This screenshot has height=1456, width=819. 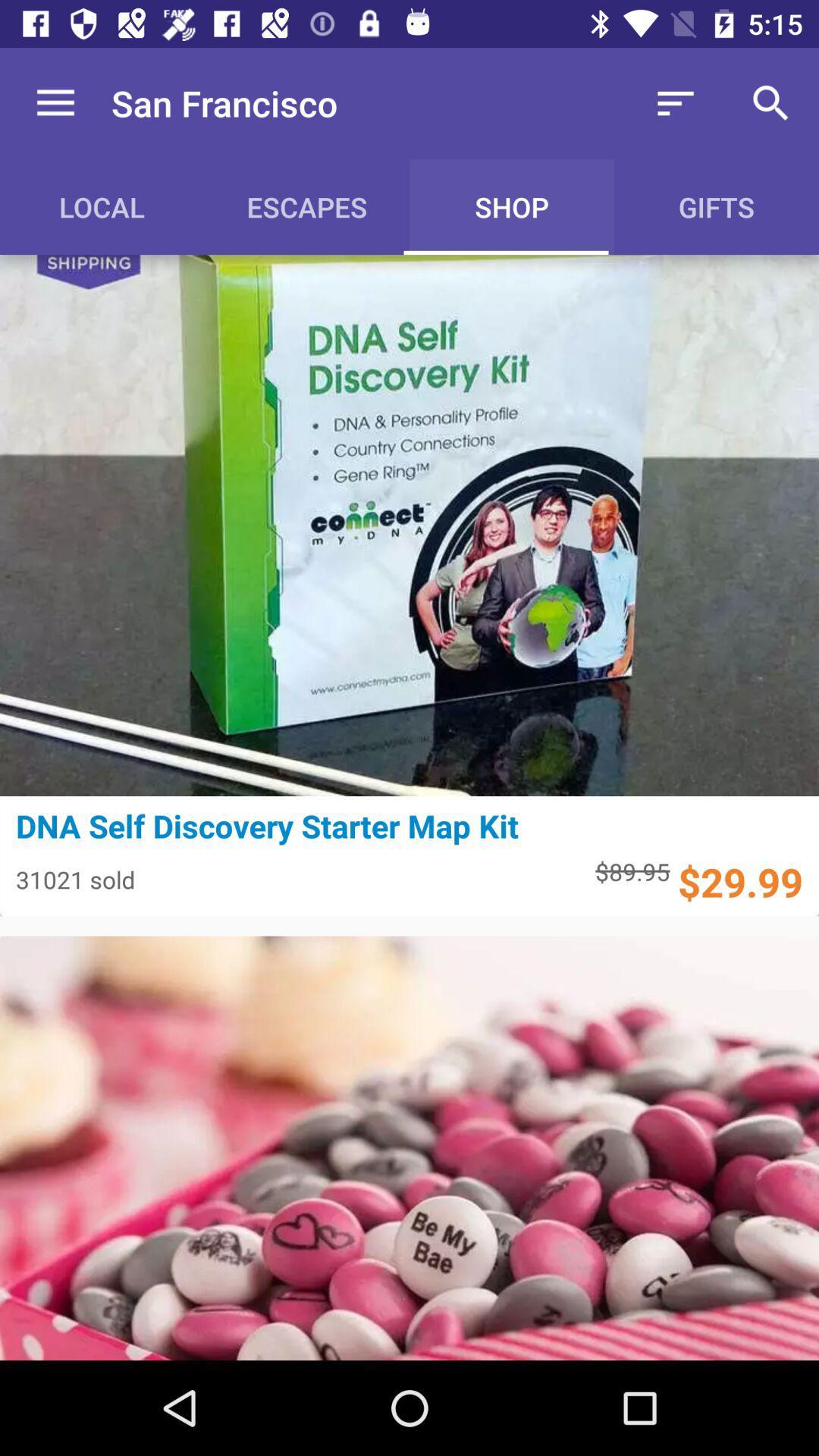 I want to click on the item next to the san francisco item, so click(x=675, y=102).